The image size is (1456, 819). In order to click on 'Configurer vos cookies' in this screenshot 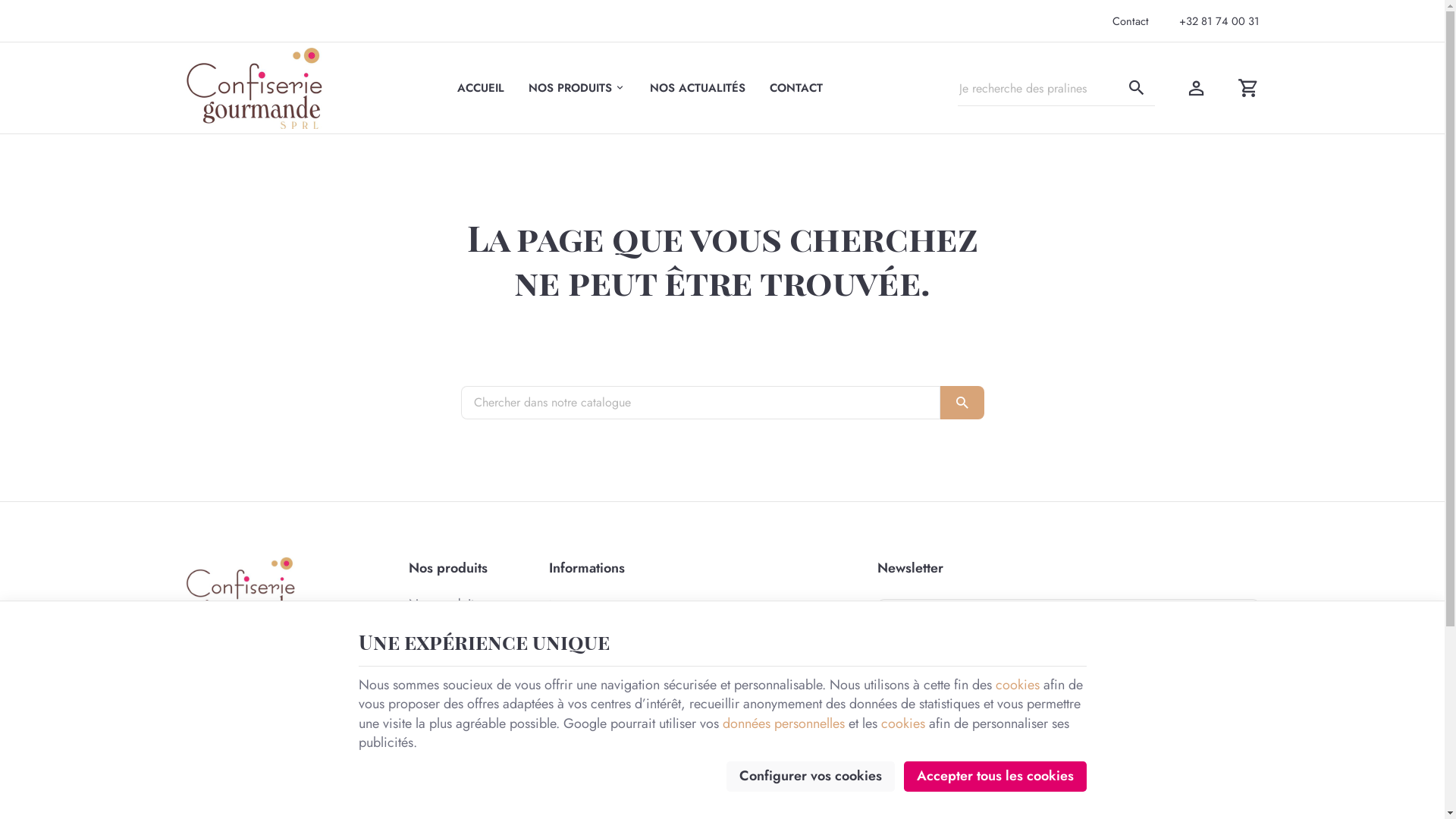, I will do `click(726, 776)`.